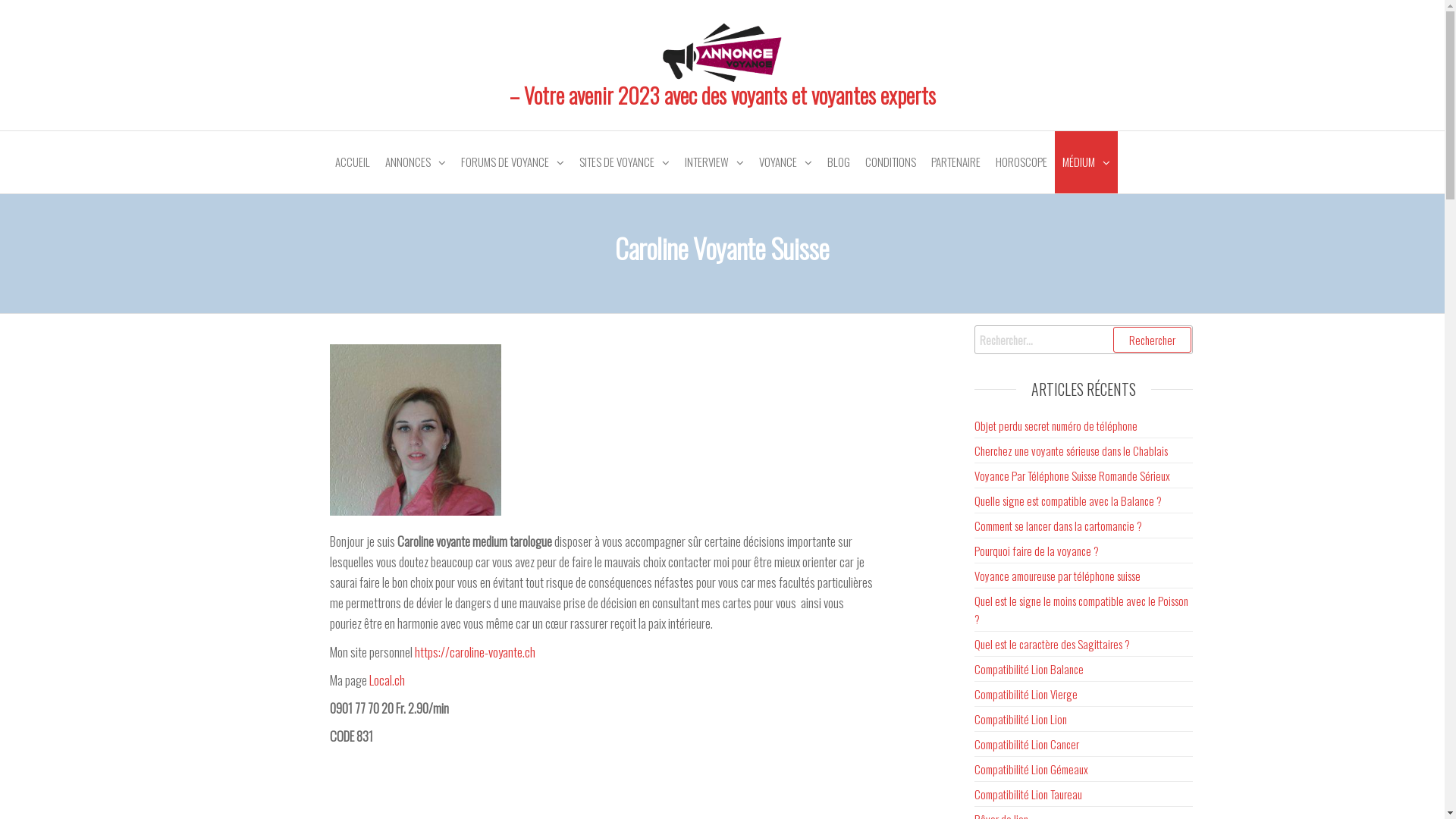 This screenshot has width=1456, height=819. Describe the element at coordinates (387, 679) in the screenshot. I see `'Local.ch'` at that location.